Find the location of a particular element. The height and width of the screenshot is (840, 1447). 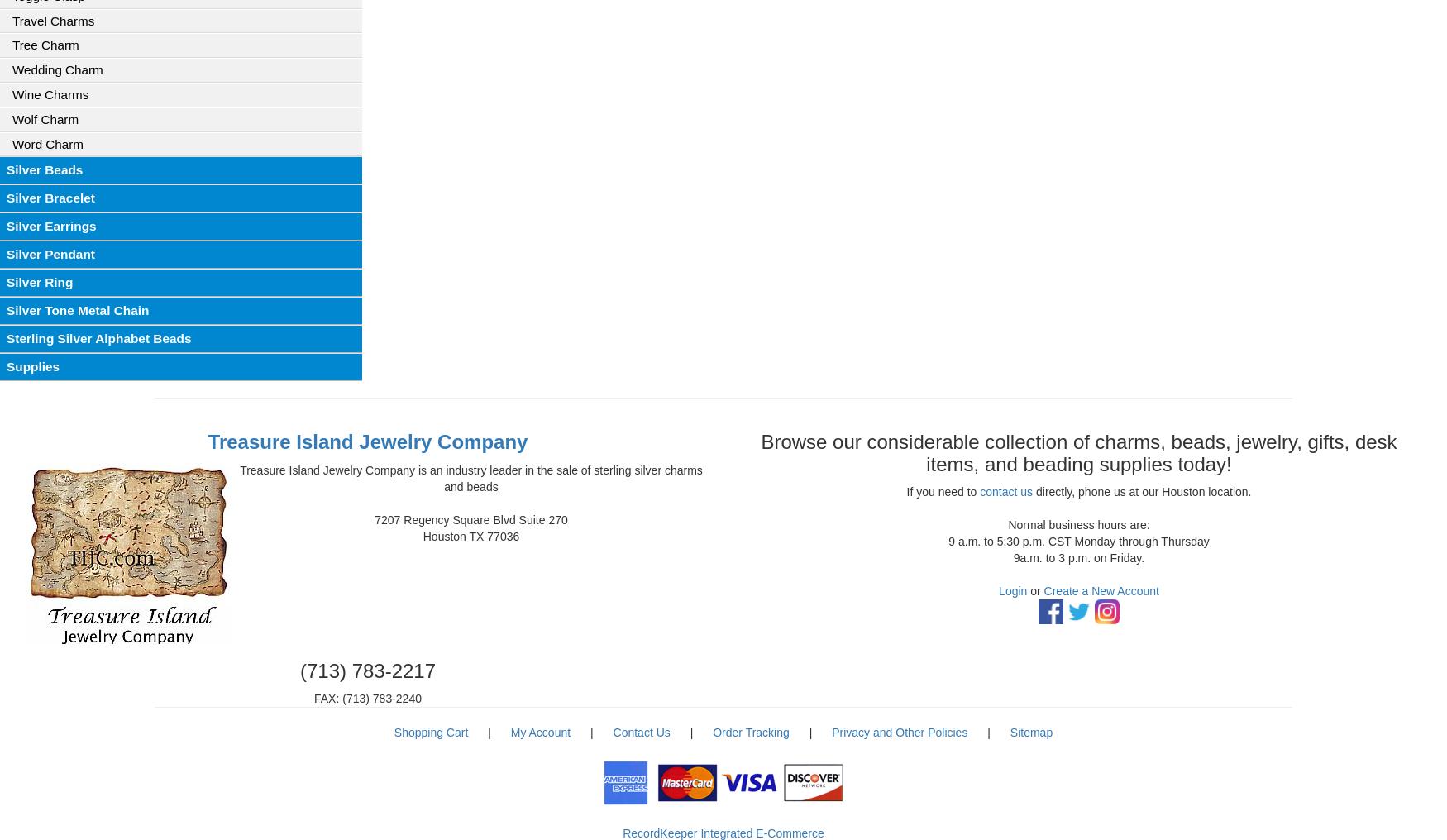

'Wolf Charm' is located at coordinates (12, 117).